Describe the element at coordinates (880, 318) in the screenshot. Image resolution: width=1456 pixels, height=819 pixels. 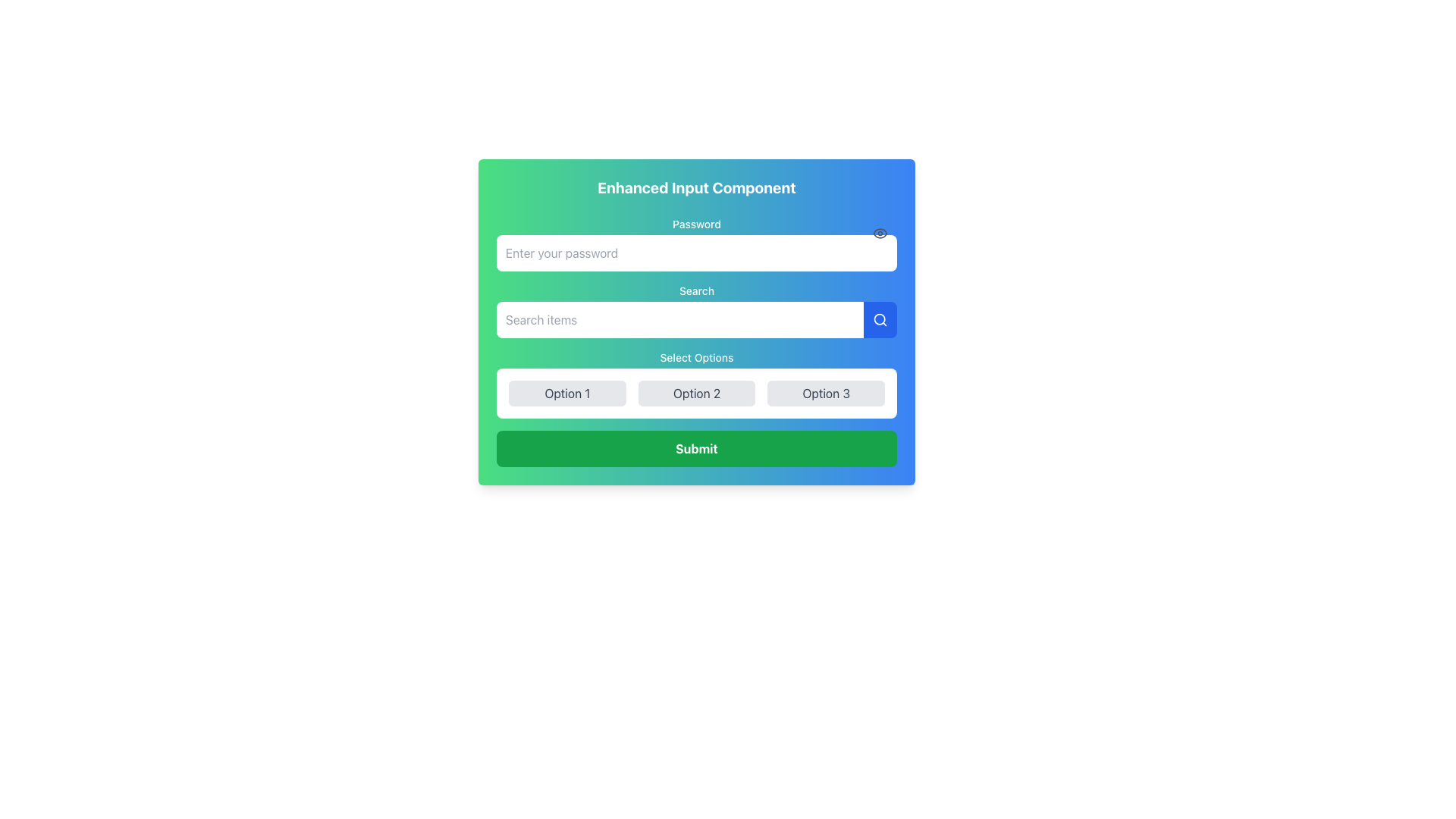
I see `the search icon button located to the right of the 'Search items' input field to initiate a search action` at that location.